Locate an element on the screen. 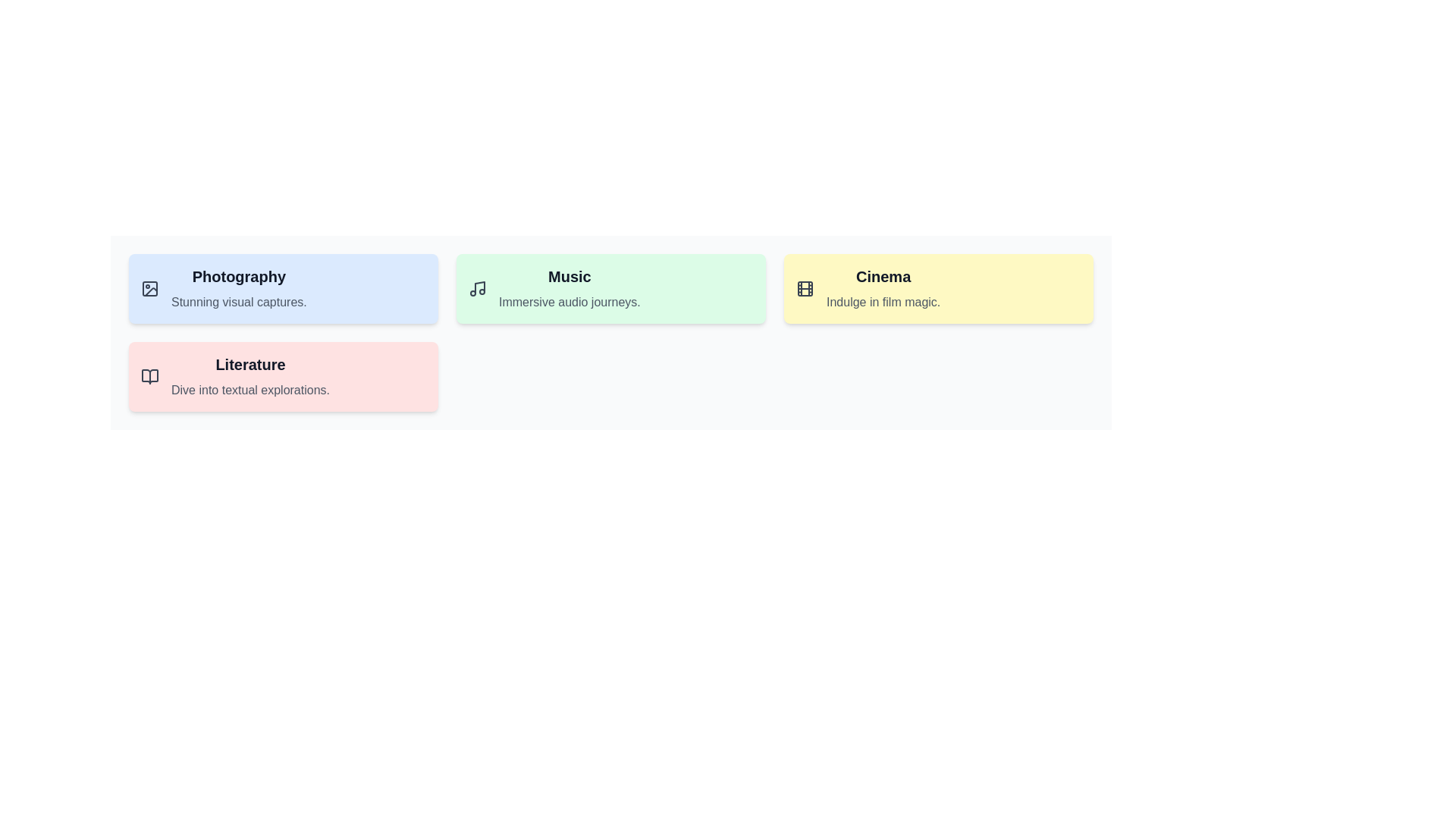  the bold, black text element displaying the word 'Music', which is styled with a large font size and located in the center area of a mint green box, positioned above the subtitle 'Immersive audio journeys.' and to the right of the musical note icon is located at coordinates (569, 277).